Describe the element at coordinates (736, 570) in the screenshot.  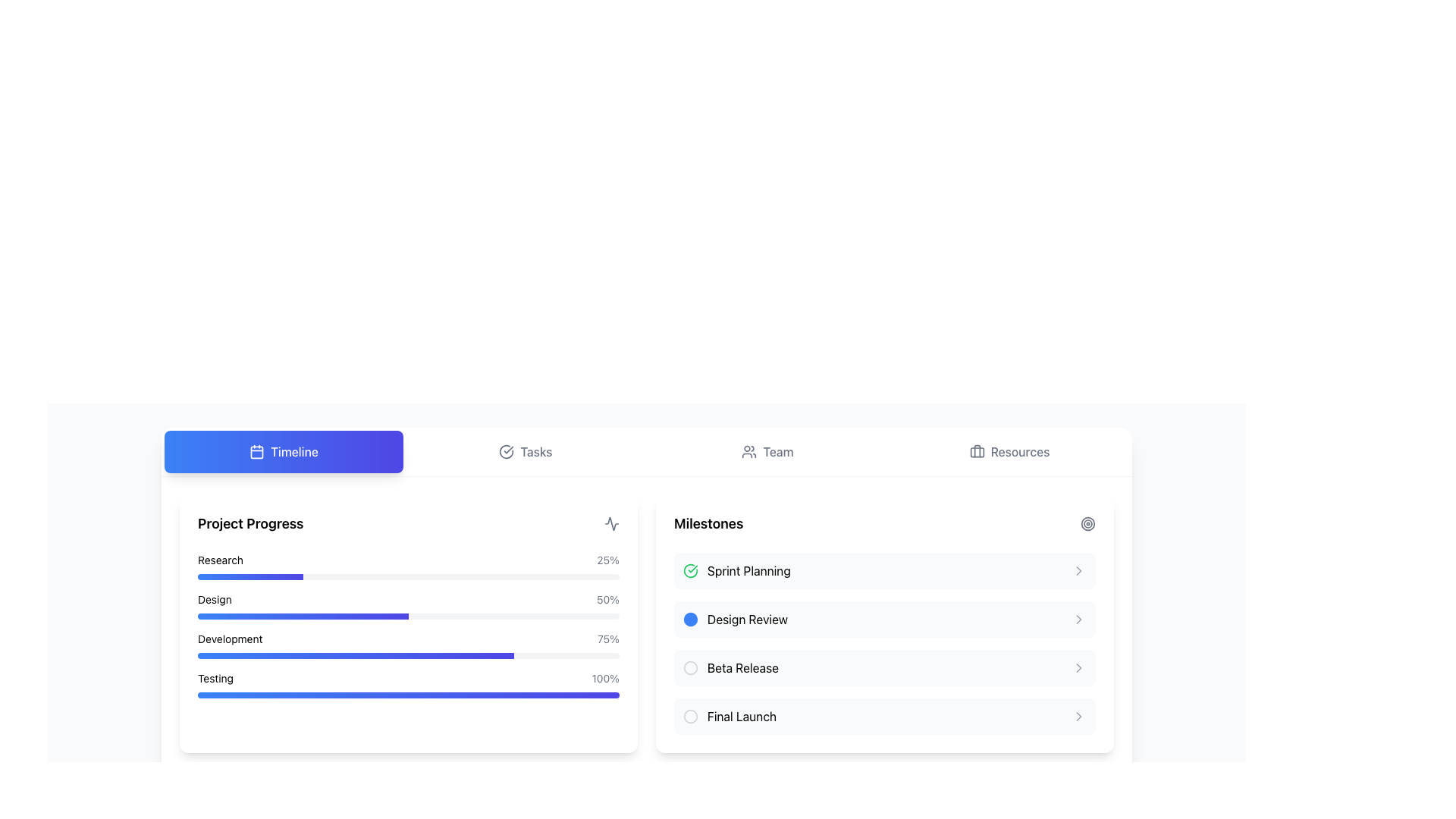
I see `the 'Sprint Planning' milestone text, which is represented by a green circular checkmark icon followed by the text in bold, black font, located in the first item under the 'Milestones' header` at that location.